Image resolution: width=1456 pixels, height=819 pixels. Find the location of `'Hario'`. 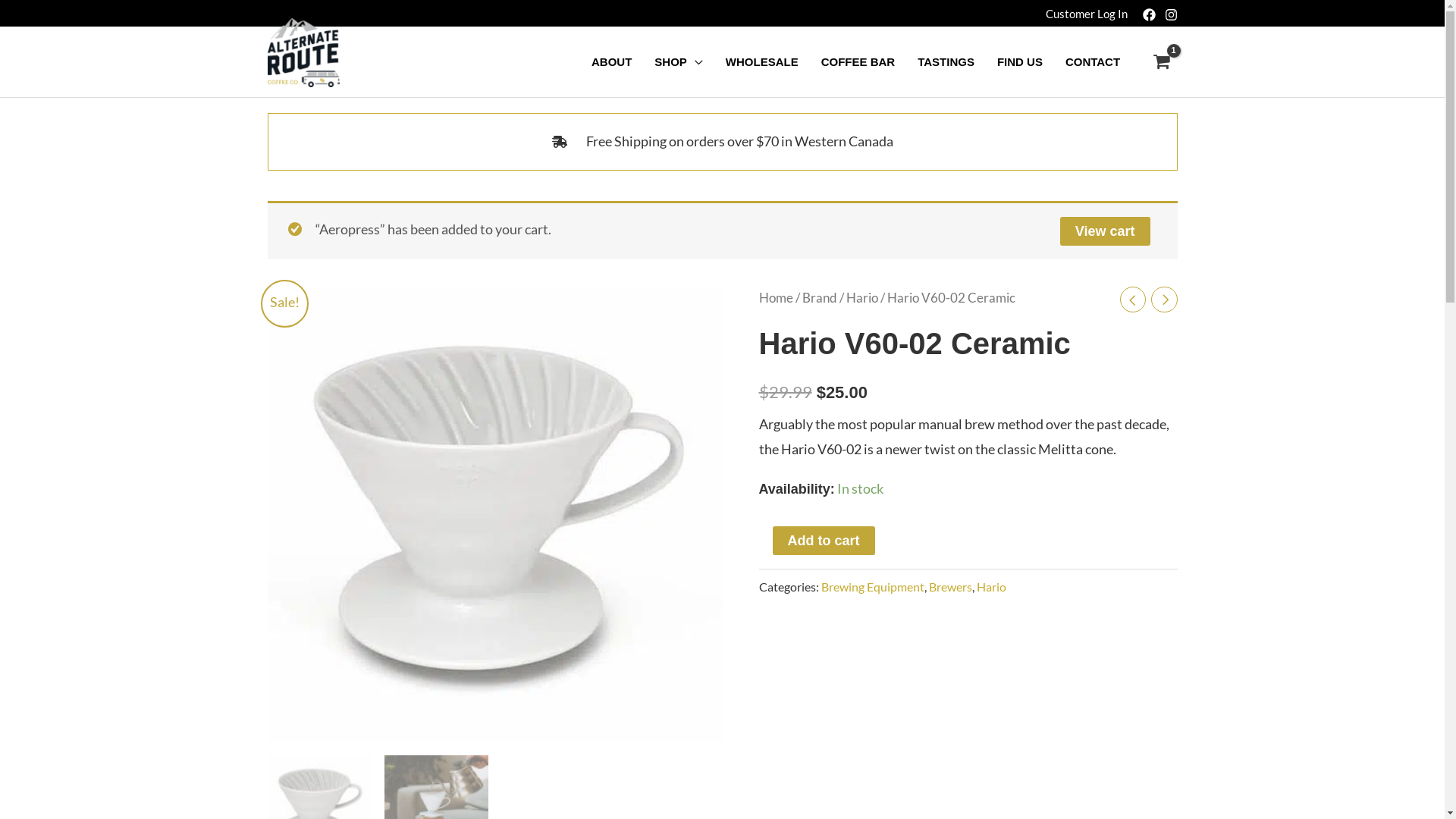

'Hario' is located at coordinates (862, 298).